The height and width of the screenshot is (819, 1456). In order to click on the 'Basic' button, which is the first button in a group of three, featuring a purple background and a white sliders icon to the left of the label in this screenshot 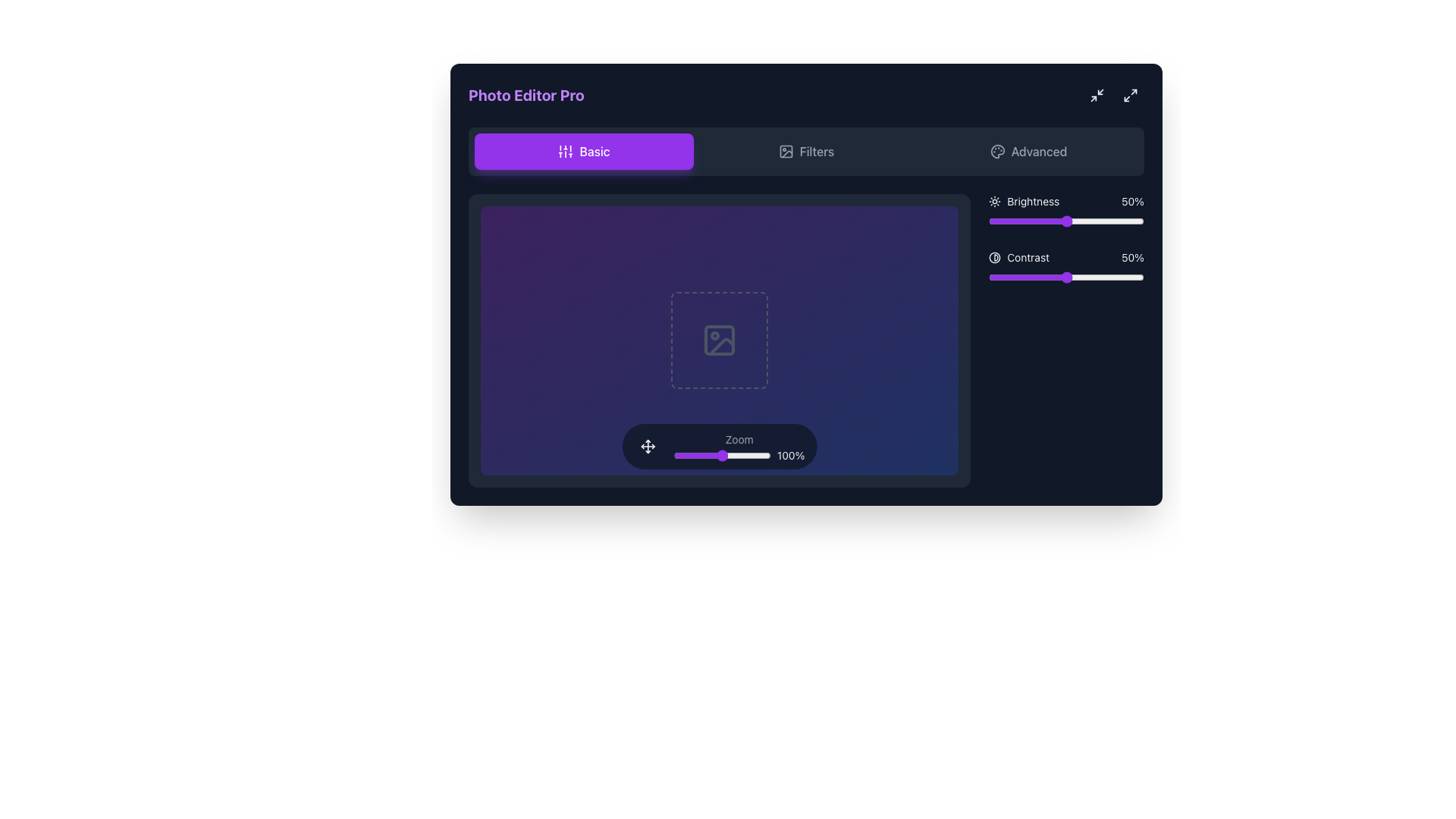, I will do `click(583, 152)`.